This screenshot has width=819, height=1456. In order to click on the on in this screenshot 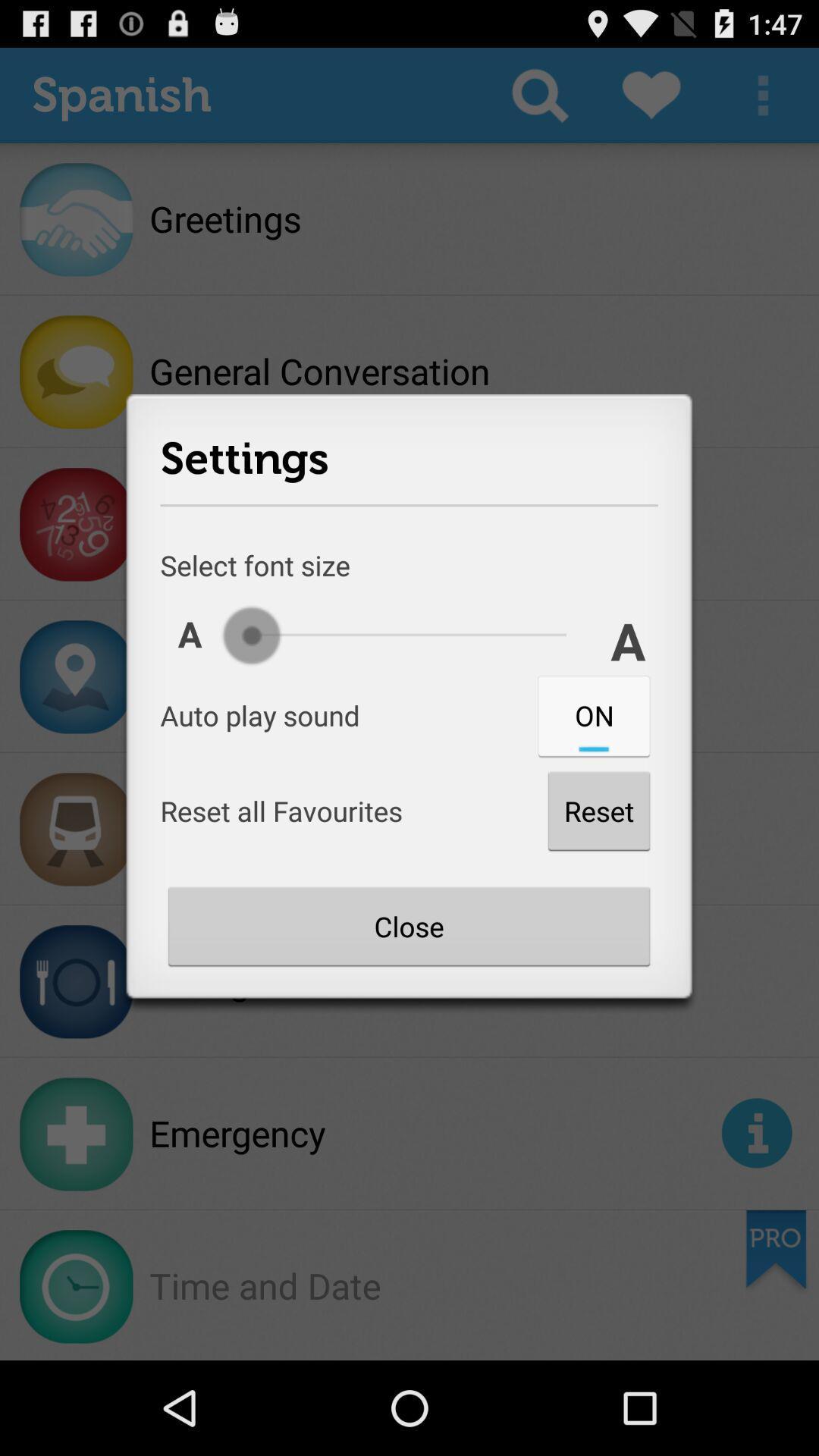, I will do `click(593, 714)`.